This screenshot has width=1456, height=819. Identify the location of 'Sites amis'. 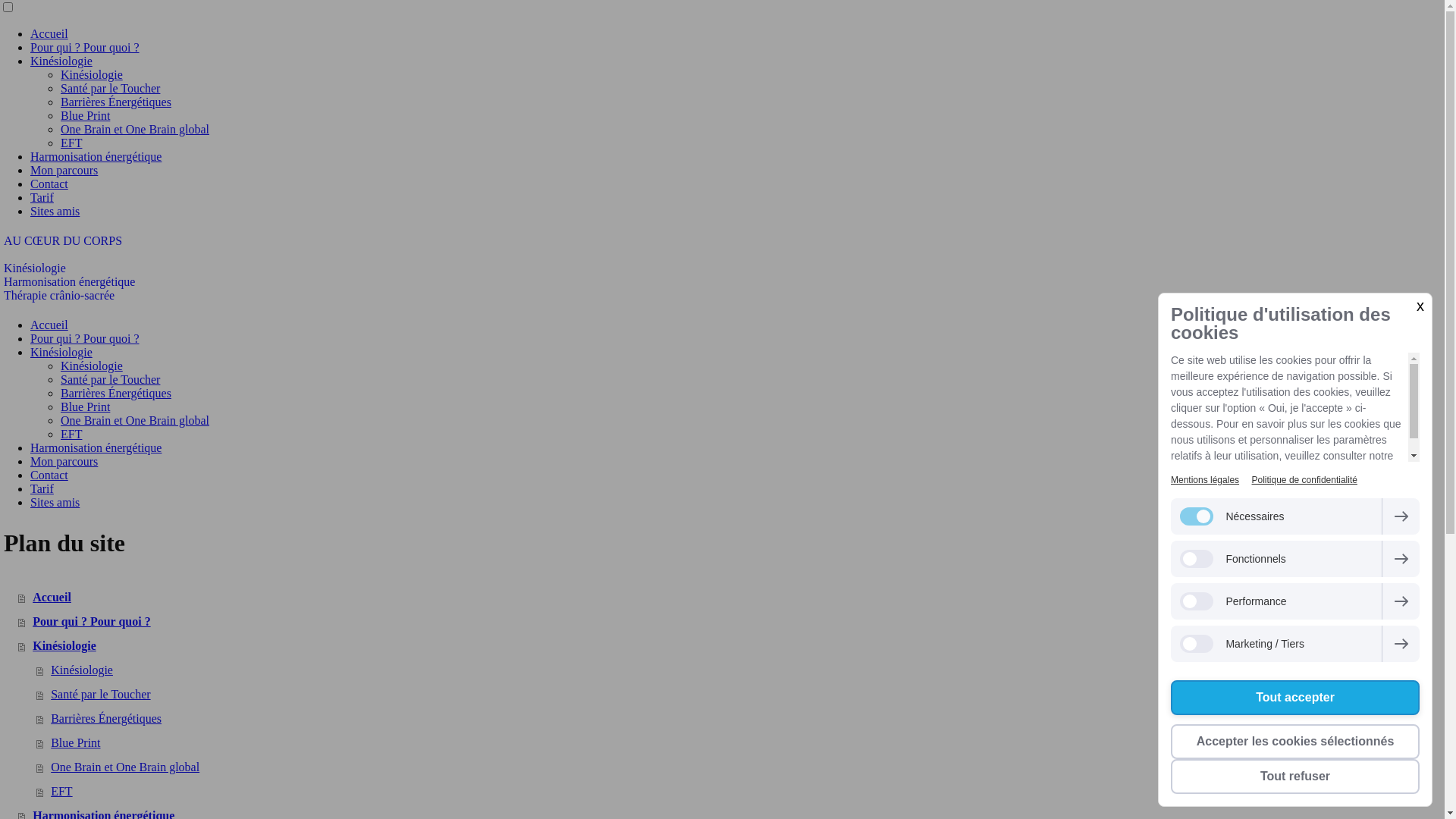
(55, 211).